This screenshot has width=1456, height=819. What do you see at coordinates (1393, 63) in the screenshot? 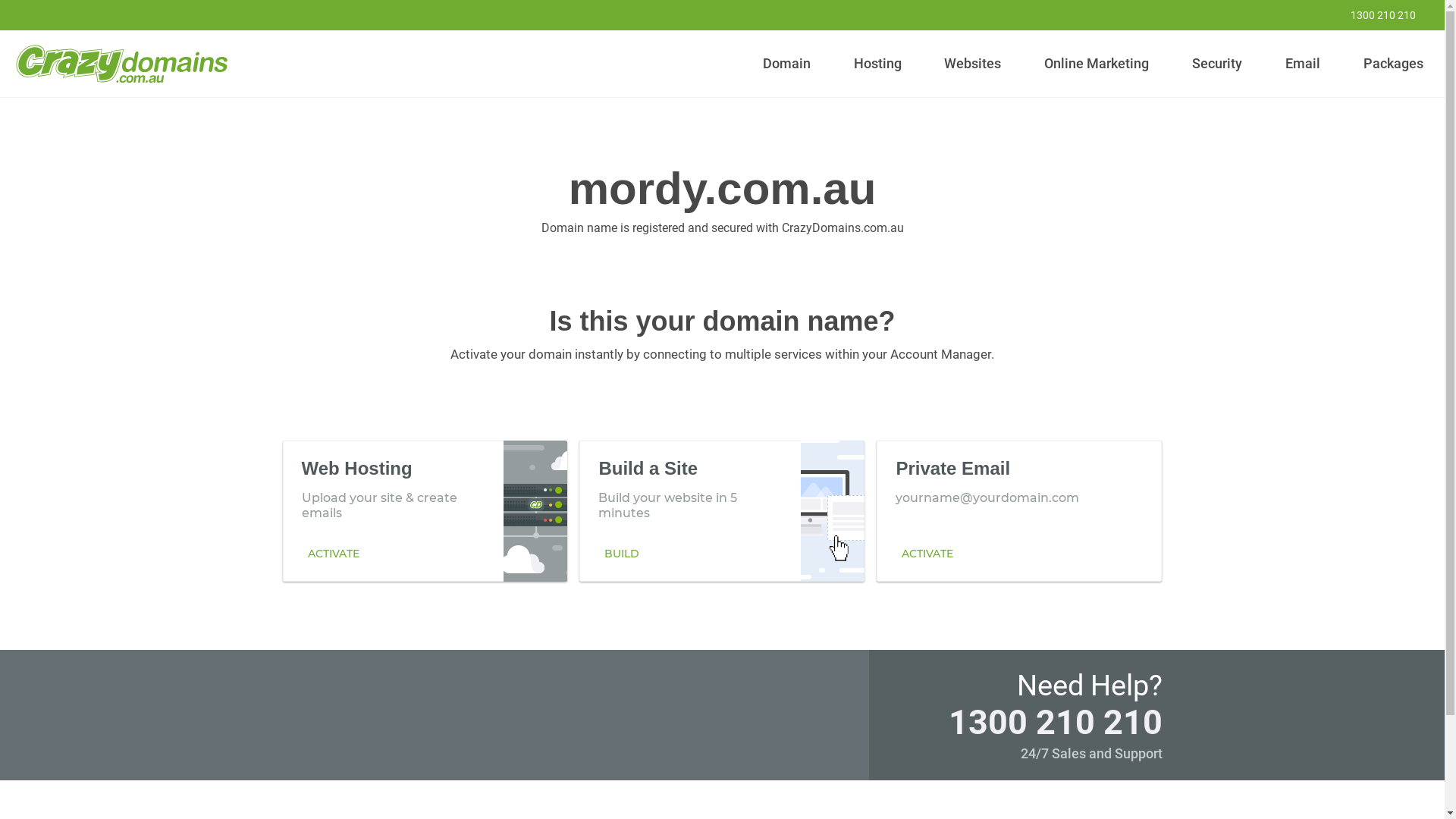
I see `'Packages'` at bounding box center [1393, 63].